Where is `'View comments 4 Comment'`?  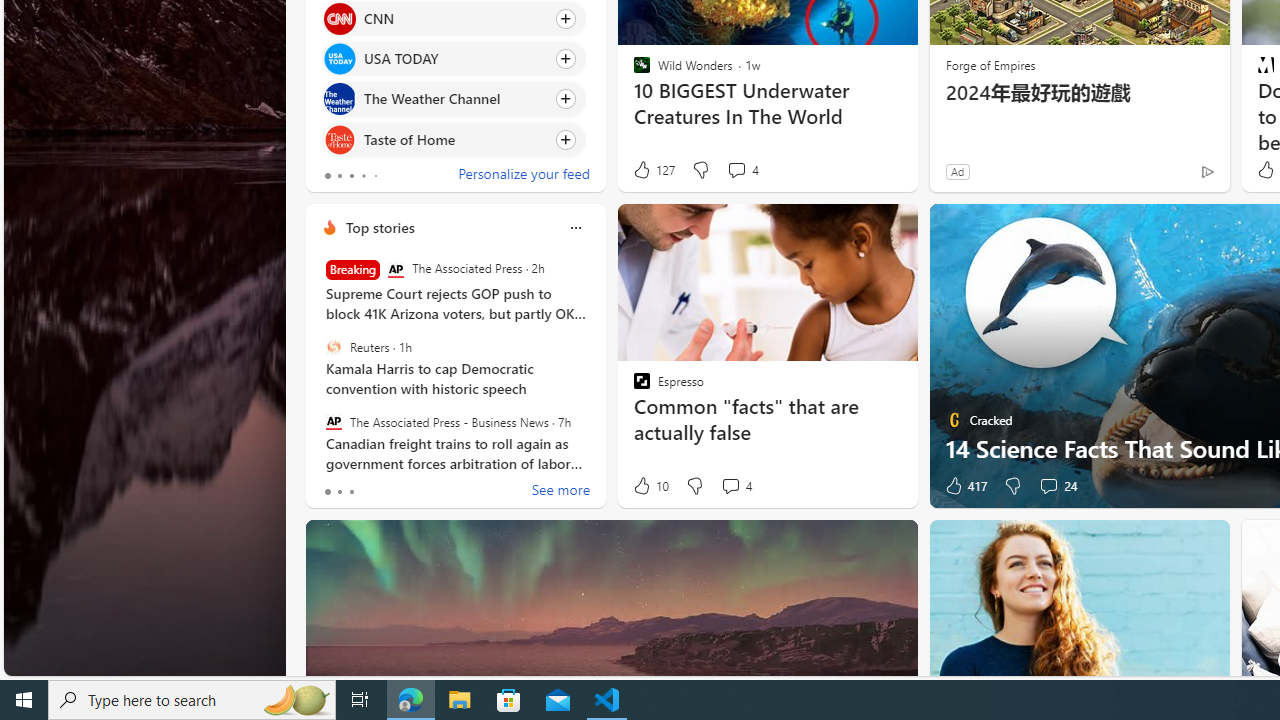
'View comments 4 Comment' is located at coordinates (729, 486).